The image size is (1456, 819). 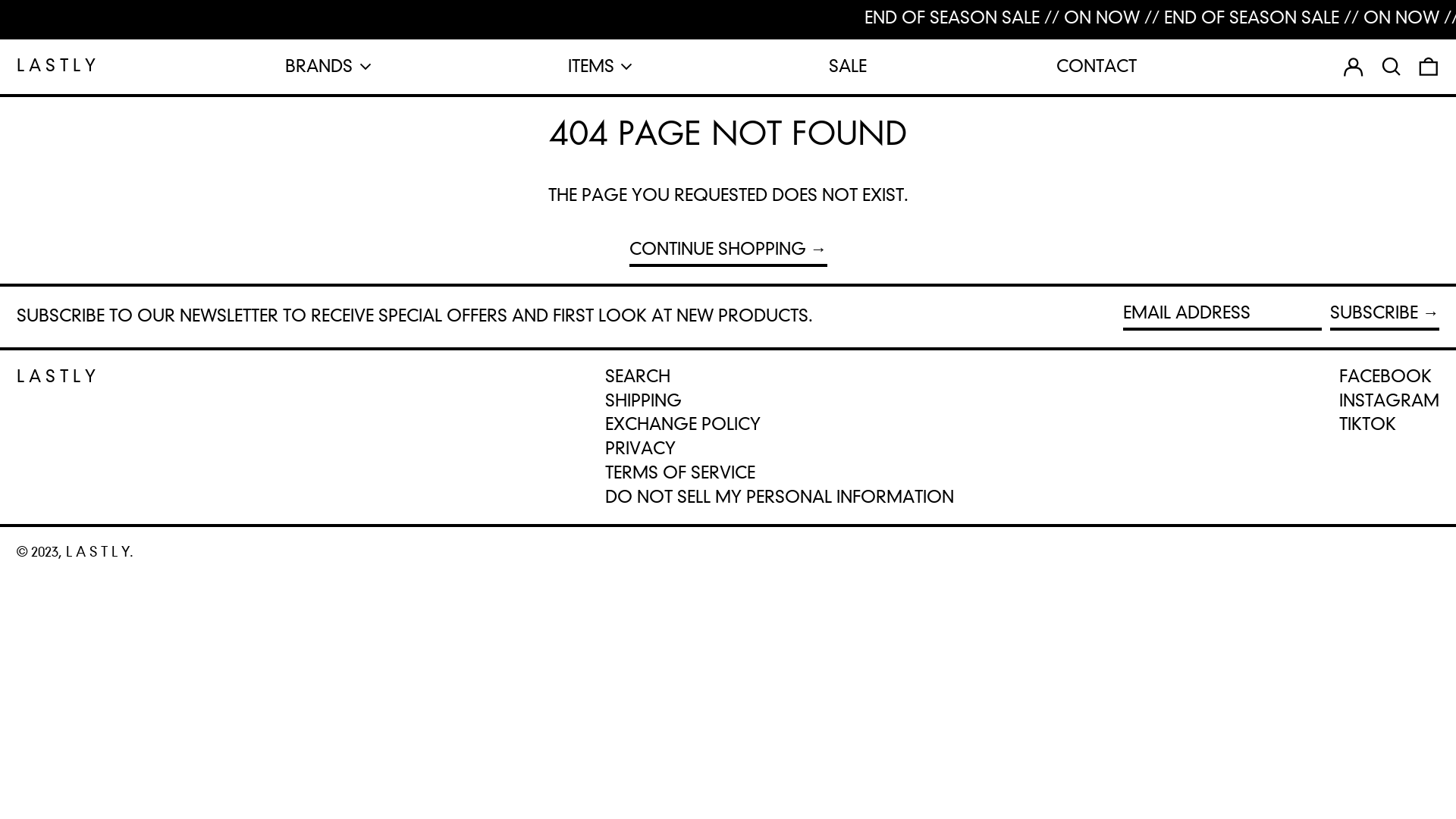 I want to click on 'TERMS OF SERVICE', so click(x=679, y=472).